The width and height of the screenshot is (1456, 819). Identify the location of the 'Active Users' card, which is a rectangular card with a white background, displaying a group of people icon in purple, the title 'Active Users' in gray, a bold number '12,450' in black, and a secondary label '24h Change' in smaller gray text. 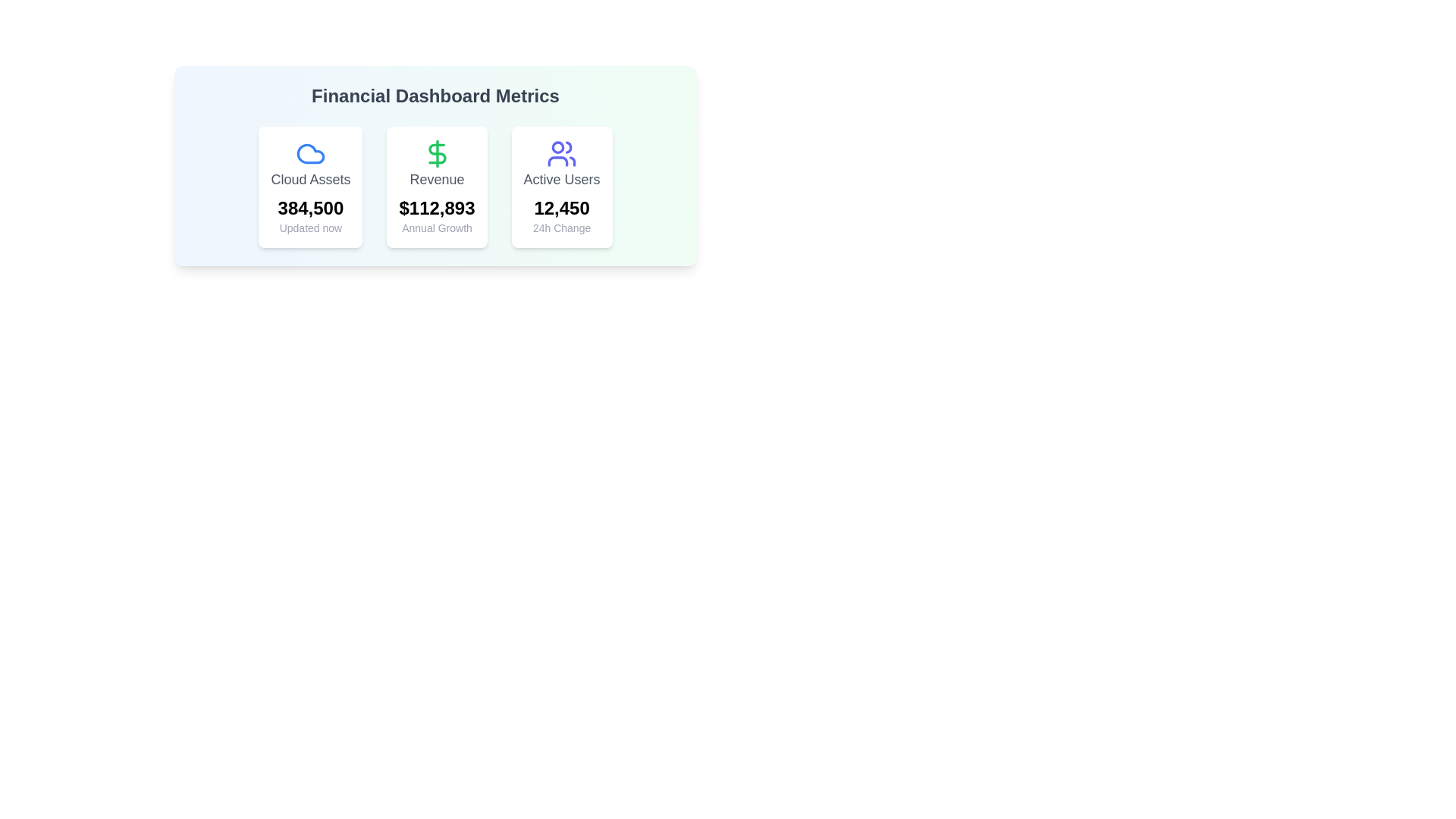
(561, 186).